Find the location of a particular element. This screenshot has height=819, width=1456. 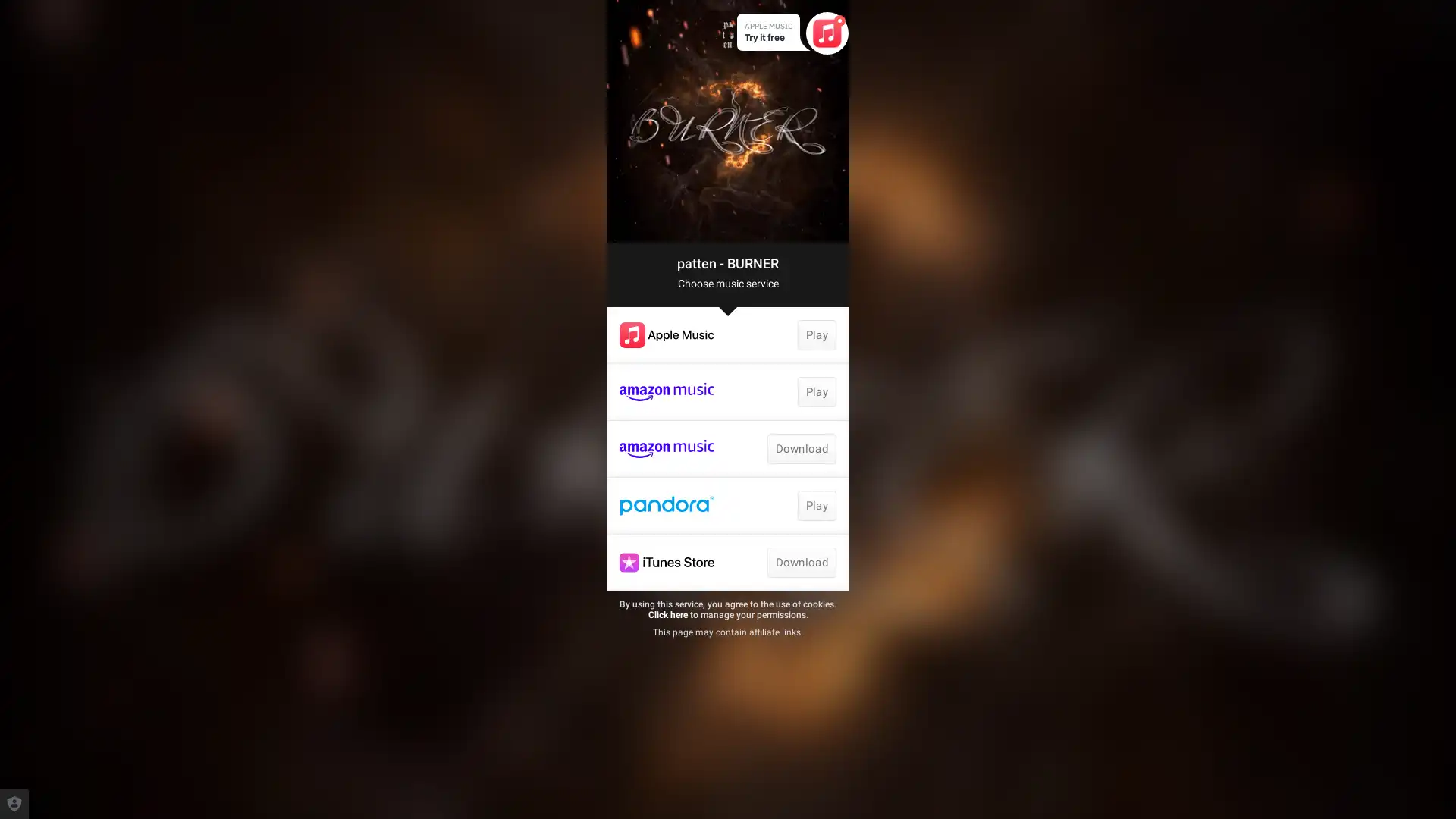

Download is located at coordinates (800, 447).